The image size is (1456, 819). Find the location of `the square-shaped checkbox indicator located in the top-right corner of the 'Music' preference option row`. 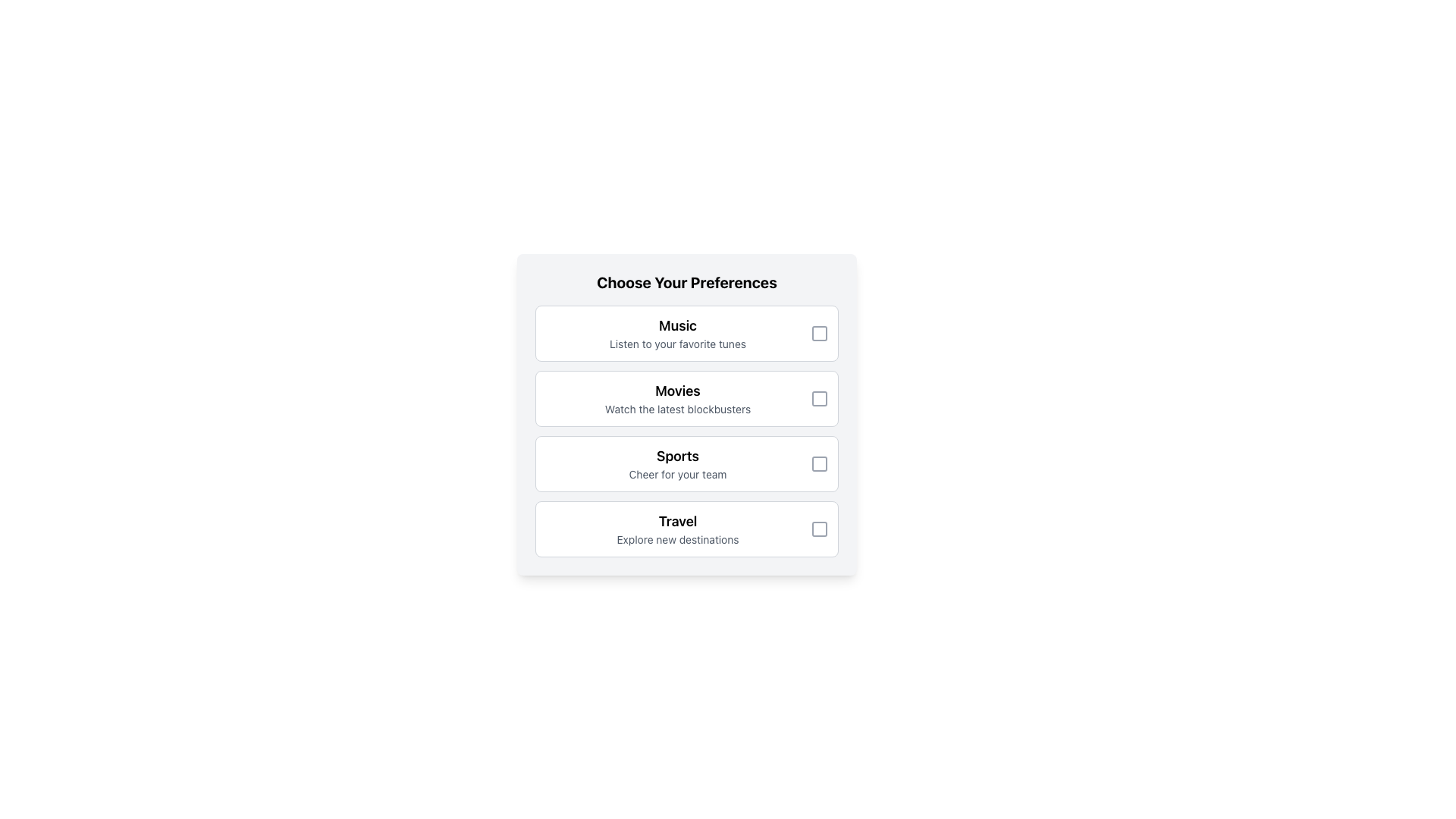

the square-shaped checkbox indicator located in the top-right corner of the 'Music' preference option row is located at coordinates (818, 332).